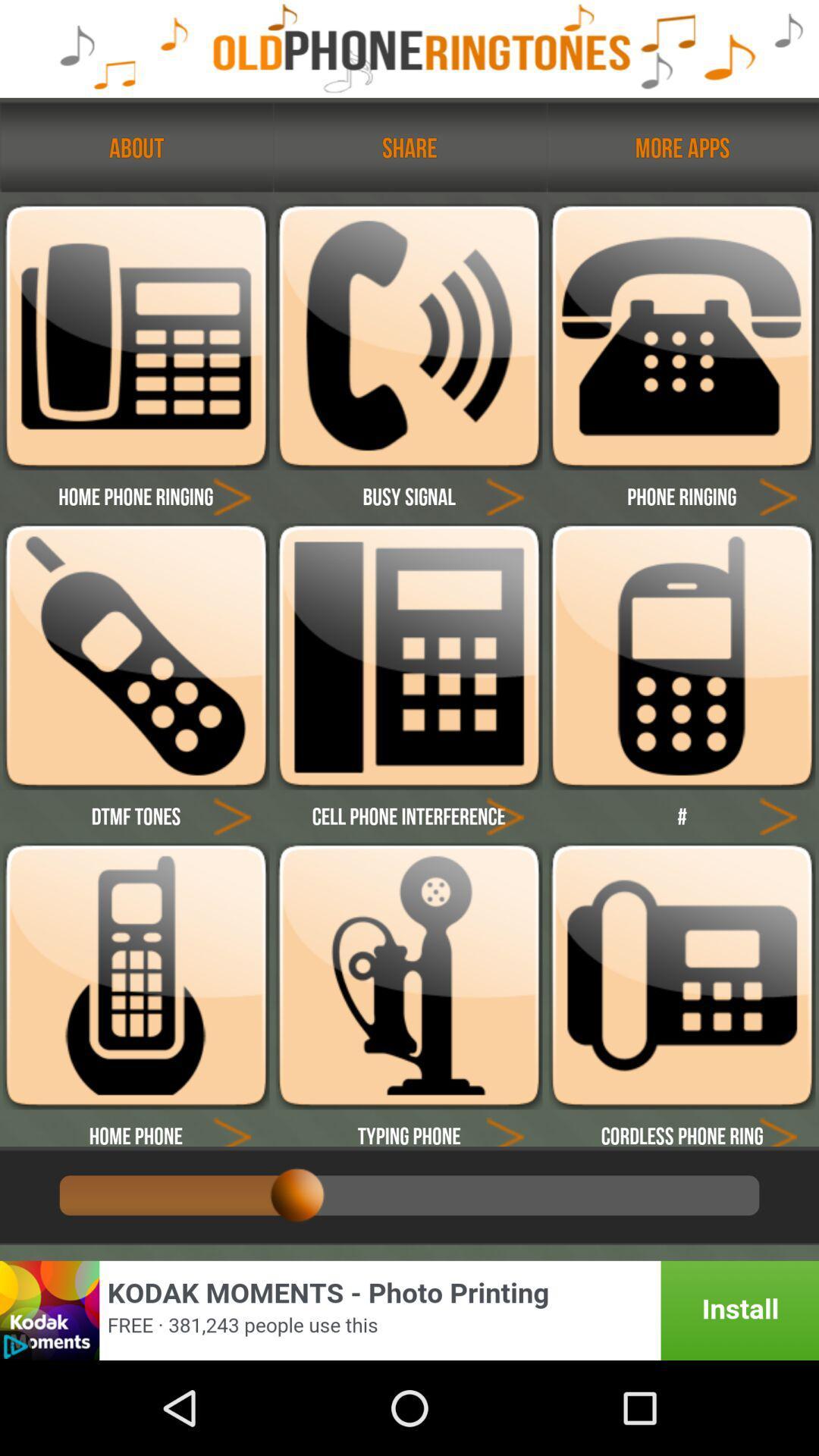  I want to click on the home phone button at bottom left, so click(135, 1128).